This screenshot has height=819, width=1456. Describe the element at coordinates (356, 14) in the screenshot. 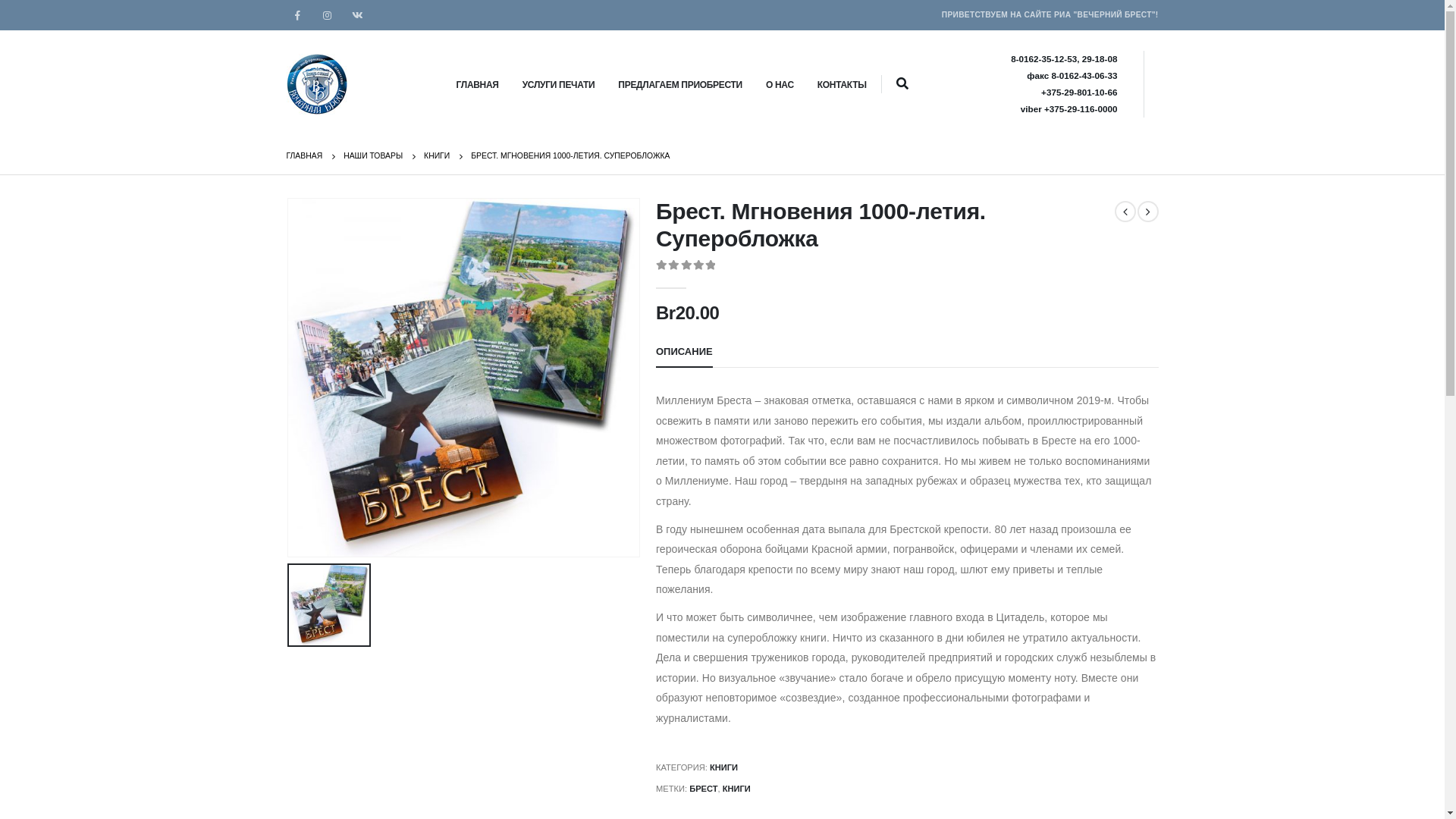

I see `'VK'` at that location.